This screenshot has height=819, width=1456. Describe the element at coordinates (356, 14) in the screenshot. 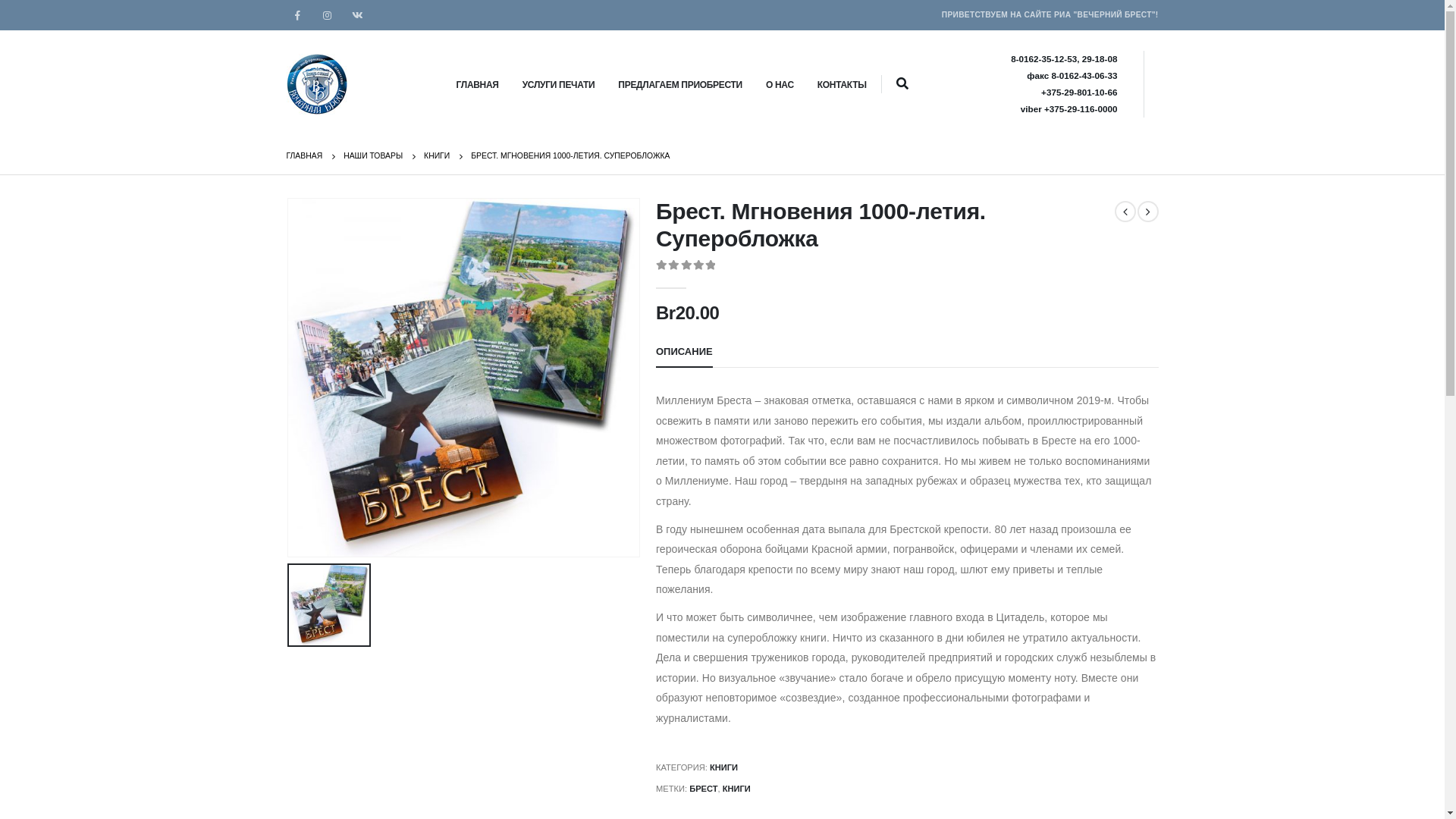

I see `'VK'` at that location.